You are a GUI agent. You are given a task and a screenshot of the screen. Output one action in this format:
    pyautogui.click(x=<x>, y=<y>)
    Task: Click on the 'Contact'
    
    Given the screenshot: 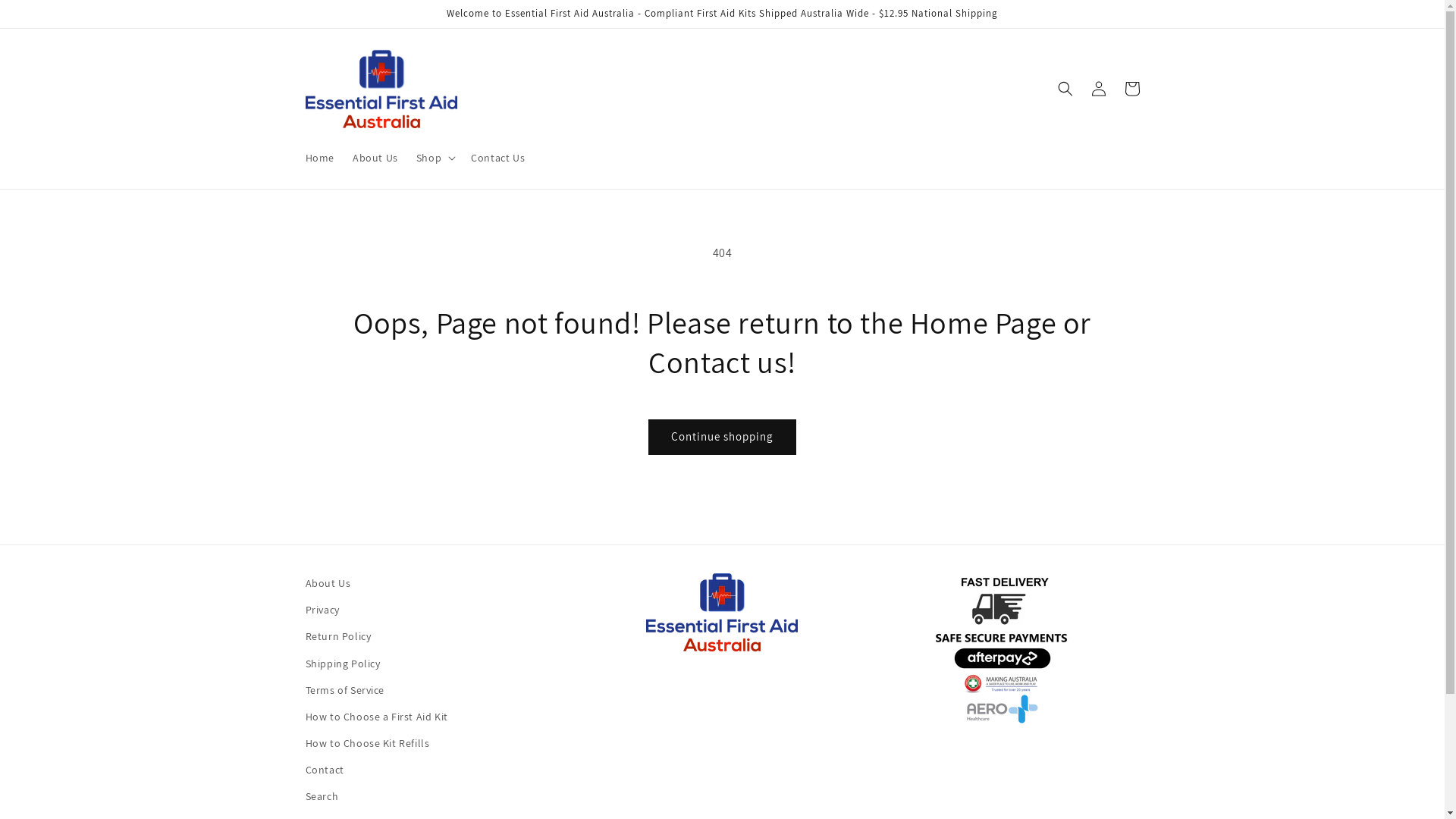 What is the action you would take?
    pyautogui.click(x=304, y=770)
    